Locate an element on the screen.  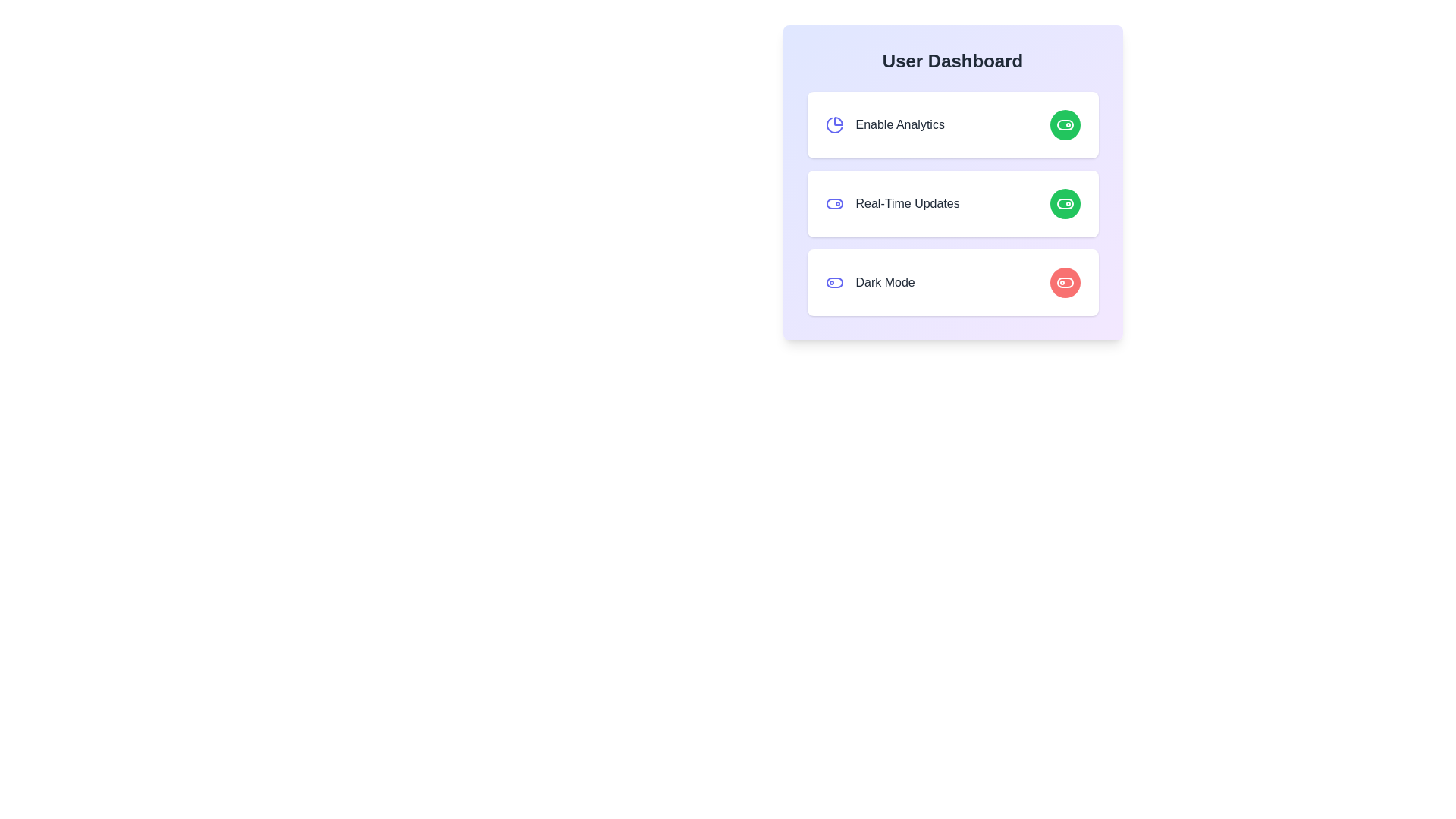
the circular red toggle button located to the right of the 'Dark Mode' text is located at coordinates (1064, 283).